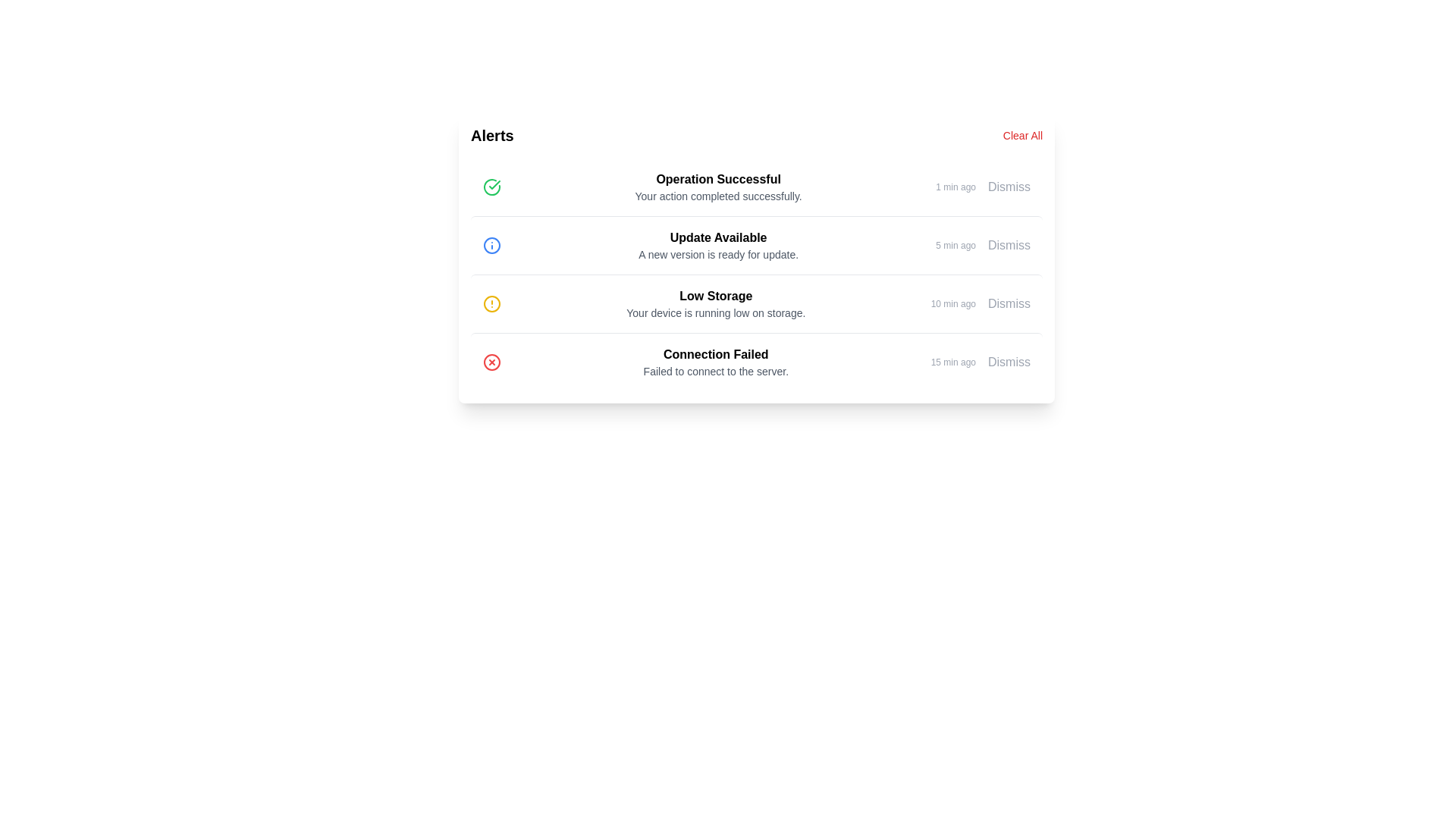  I want to click on the static text displaying '10 min ago' in light gray color, which is located in the 'Low Storage' notification between the descriptive text and the dismiss button, so click(952, 304).